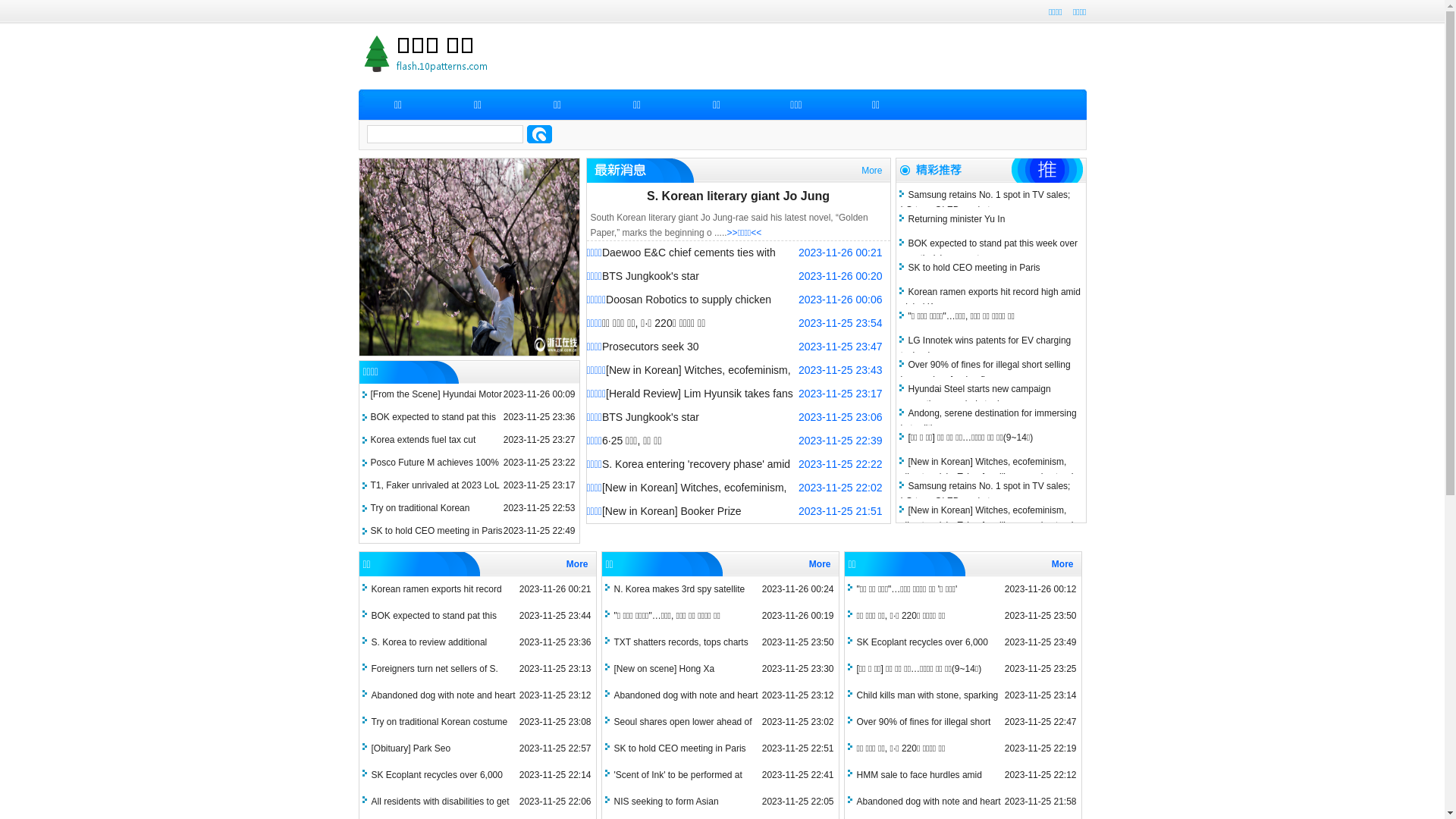  I want to click on 'More', so click(861, 170).